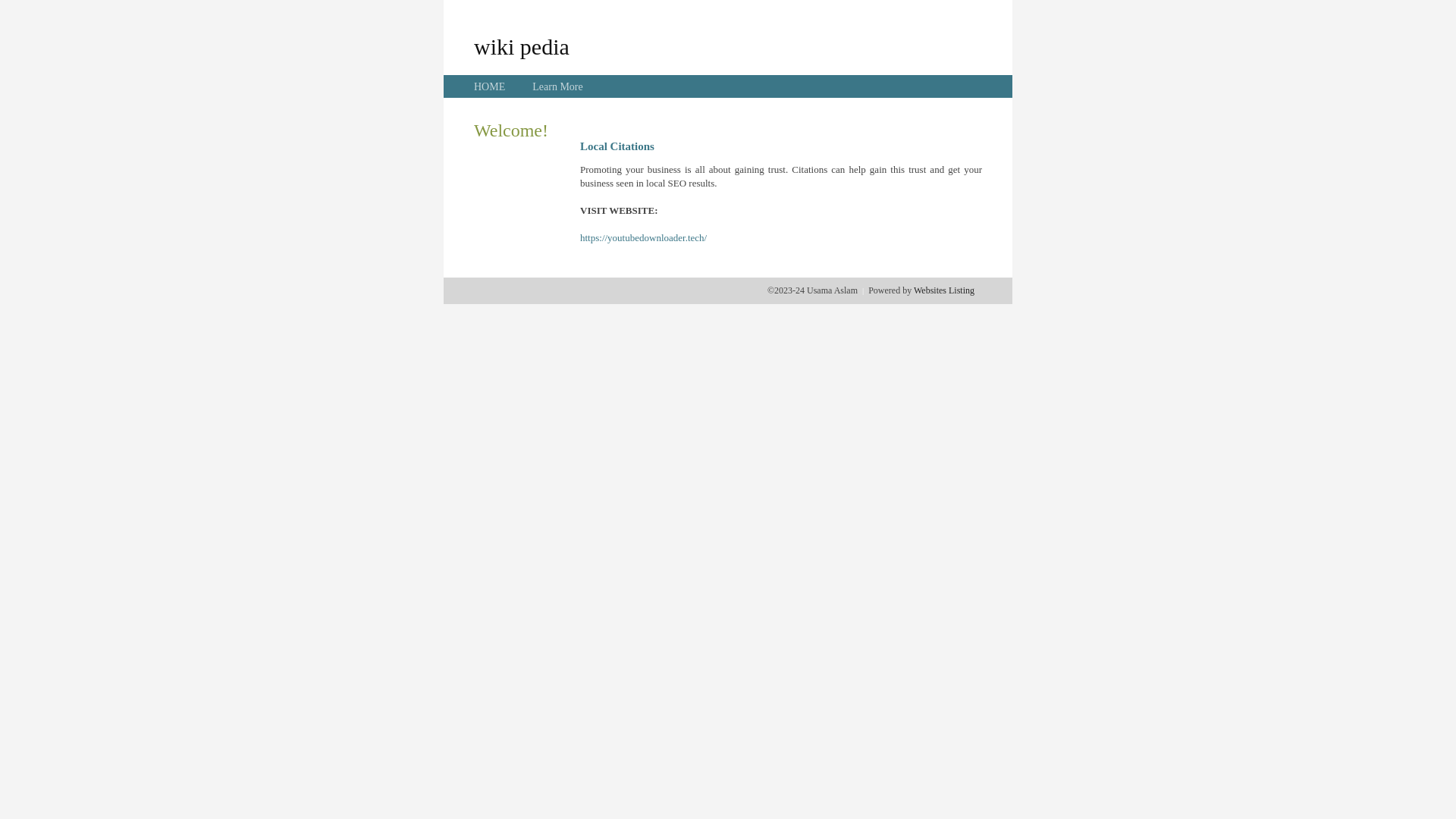  I want to click on 'wiki pedia', so click(472, 45).